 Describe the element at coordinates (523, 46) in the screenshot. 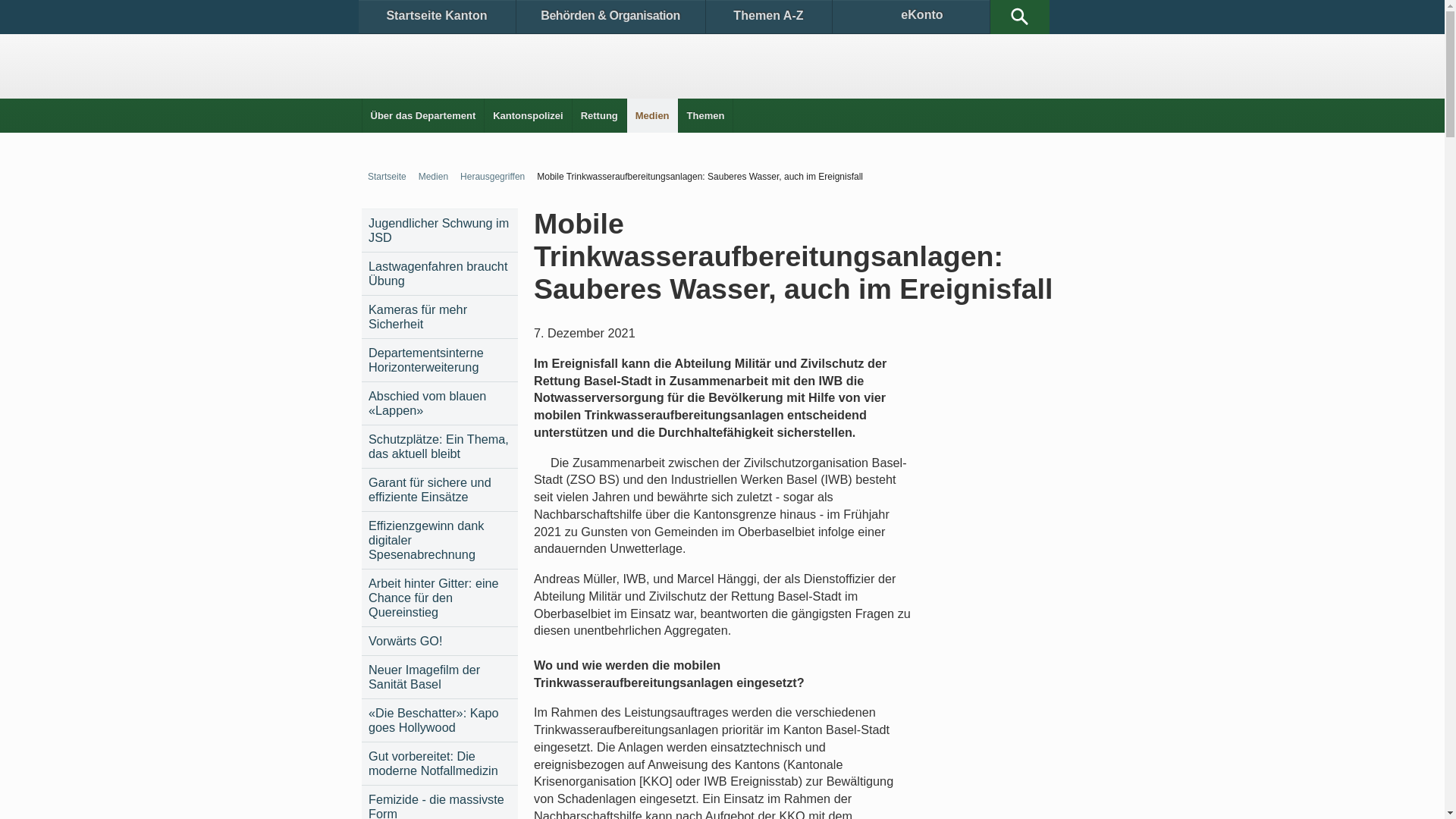

I see `'Dokumentationen'` at that location.